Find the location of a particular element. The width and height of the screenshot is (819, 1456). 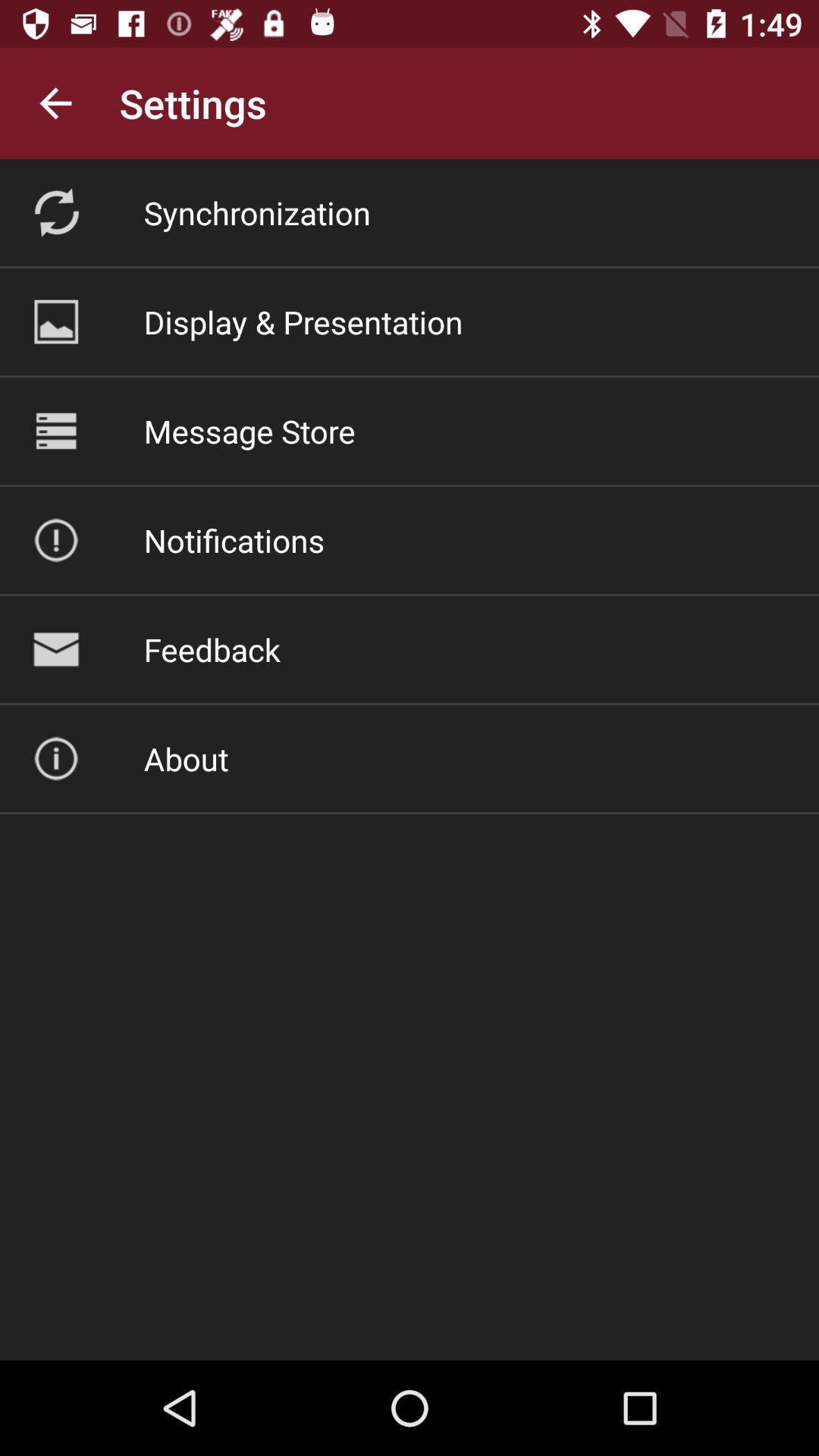

the icon below the display & presentation icon is located at coordinates (249, 430).